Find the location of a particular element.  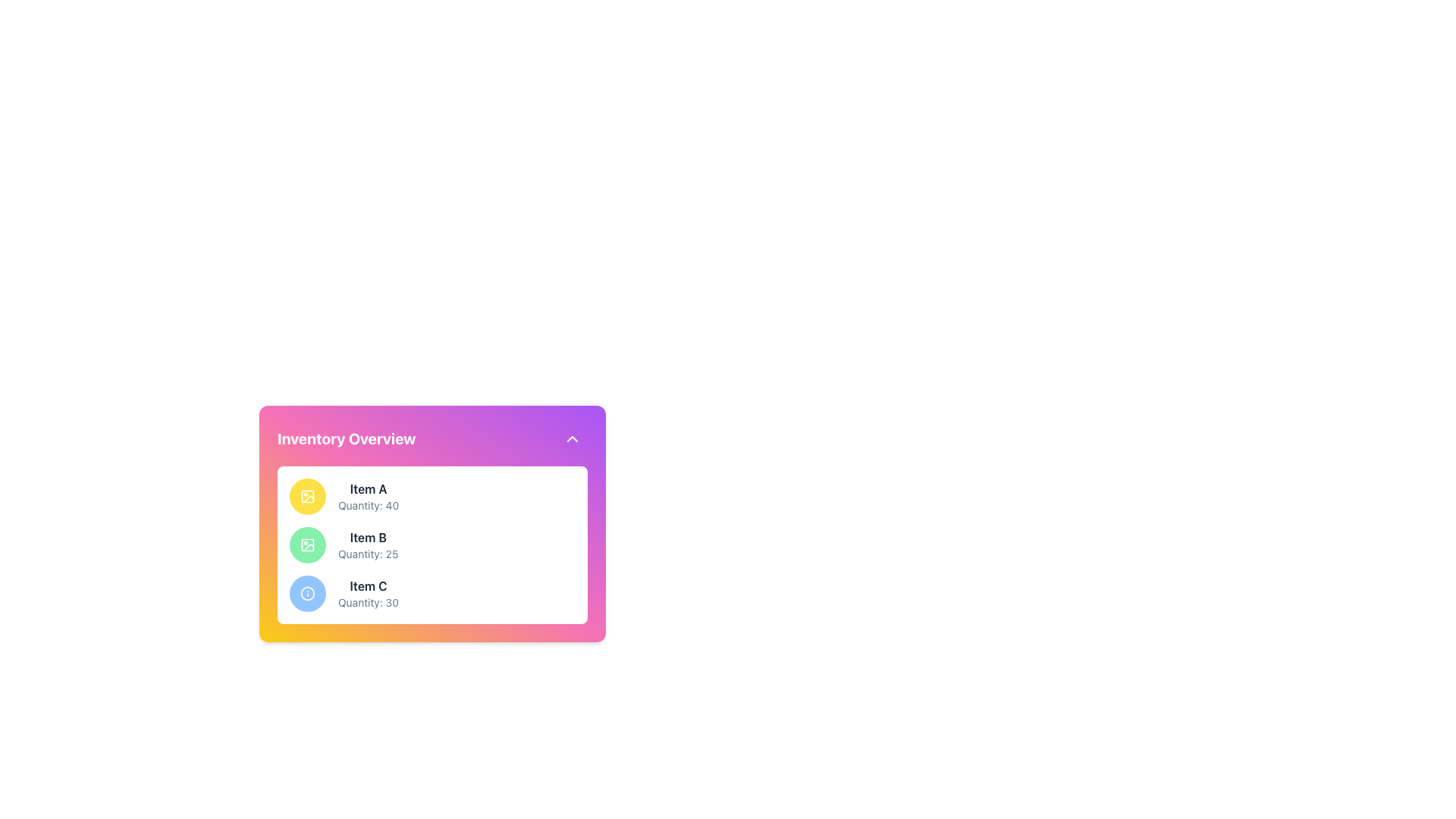

the Text Display that shows the inventory item 'Item C' which is the third item in a vertical list, located in the bottom half of the card module is located at coordinates (368, 593).